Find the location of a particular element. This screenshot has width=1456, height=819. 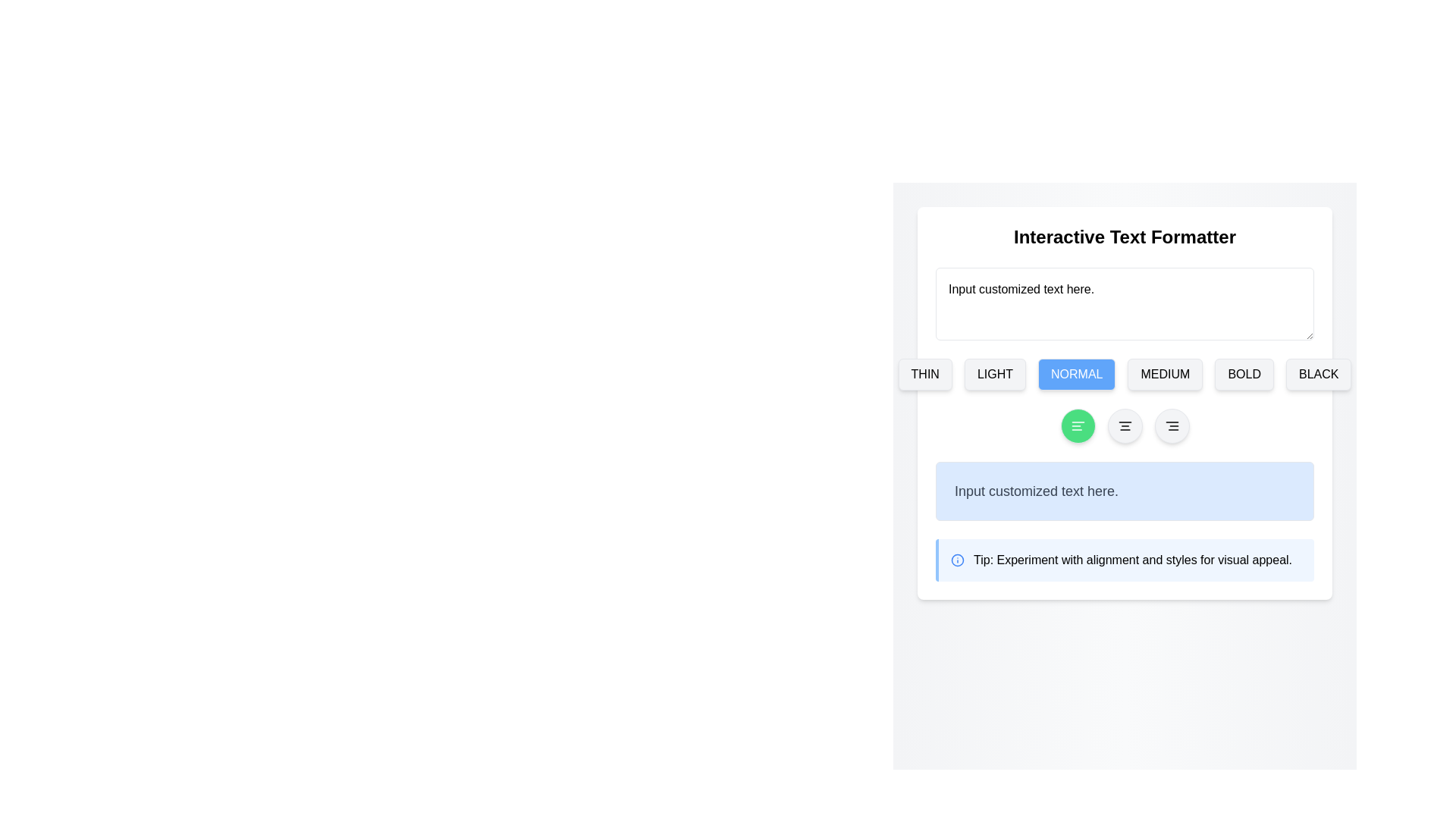

the center alignment icon located within a circular button in the alignment option group beneath the 'NORMAL' style button in the toolbar is located at coordinates (1125, 426).